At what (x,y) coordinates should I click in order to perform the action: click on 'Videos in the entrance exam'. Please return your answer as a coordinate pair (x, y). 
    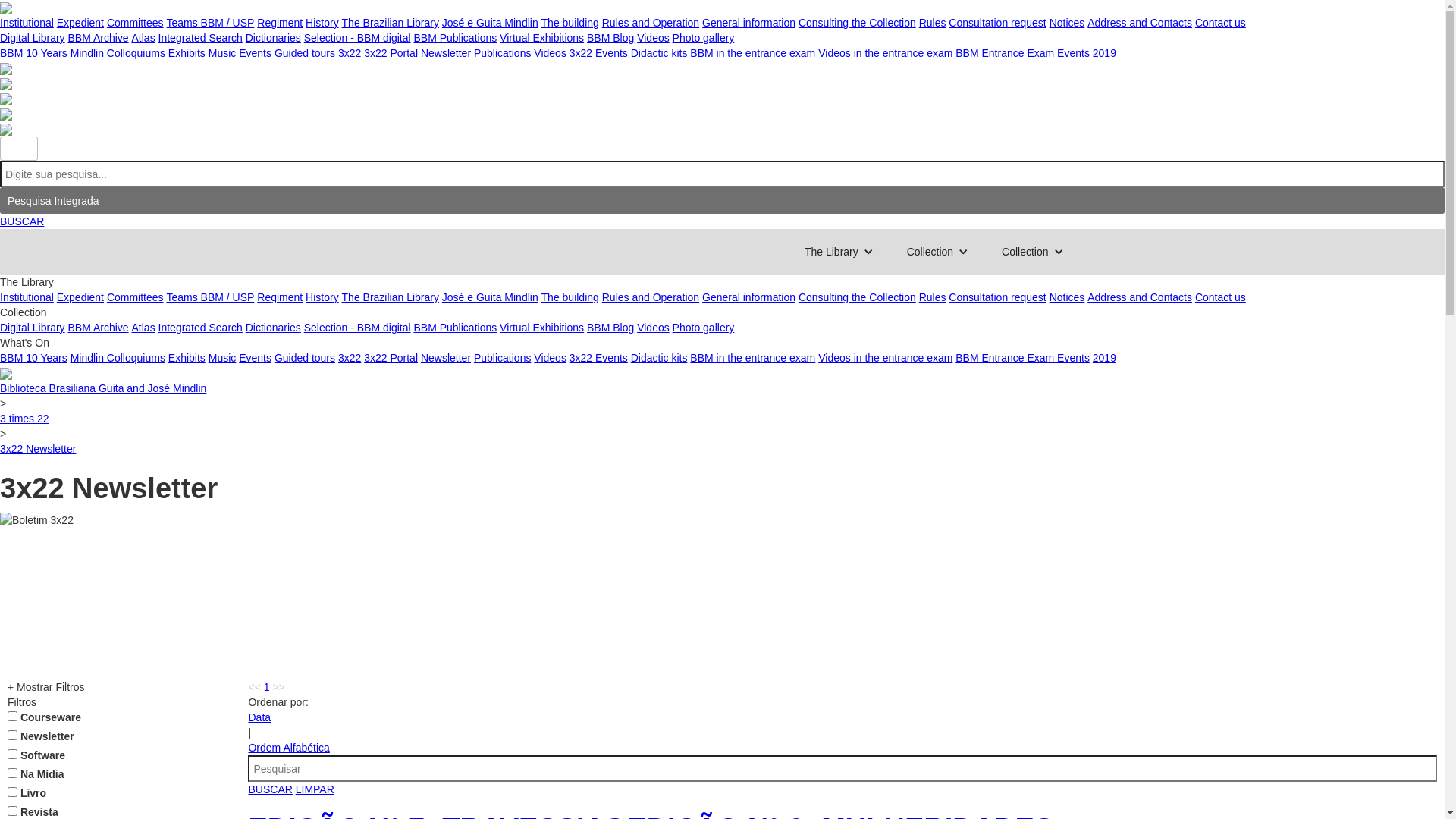
    Looking at the image, I should click on (885, 357).